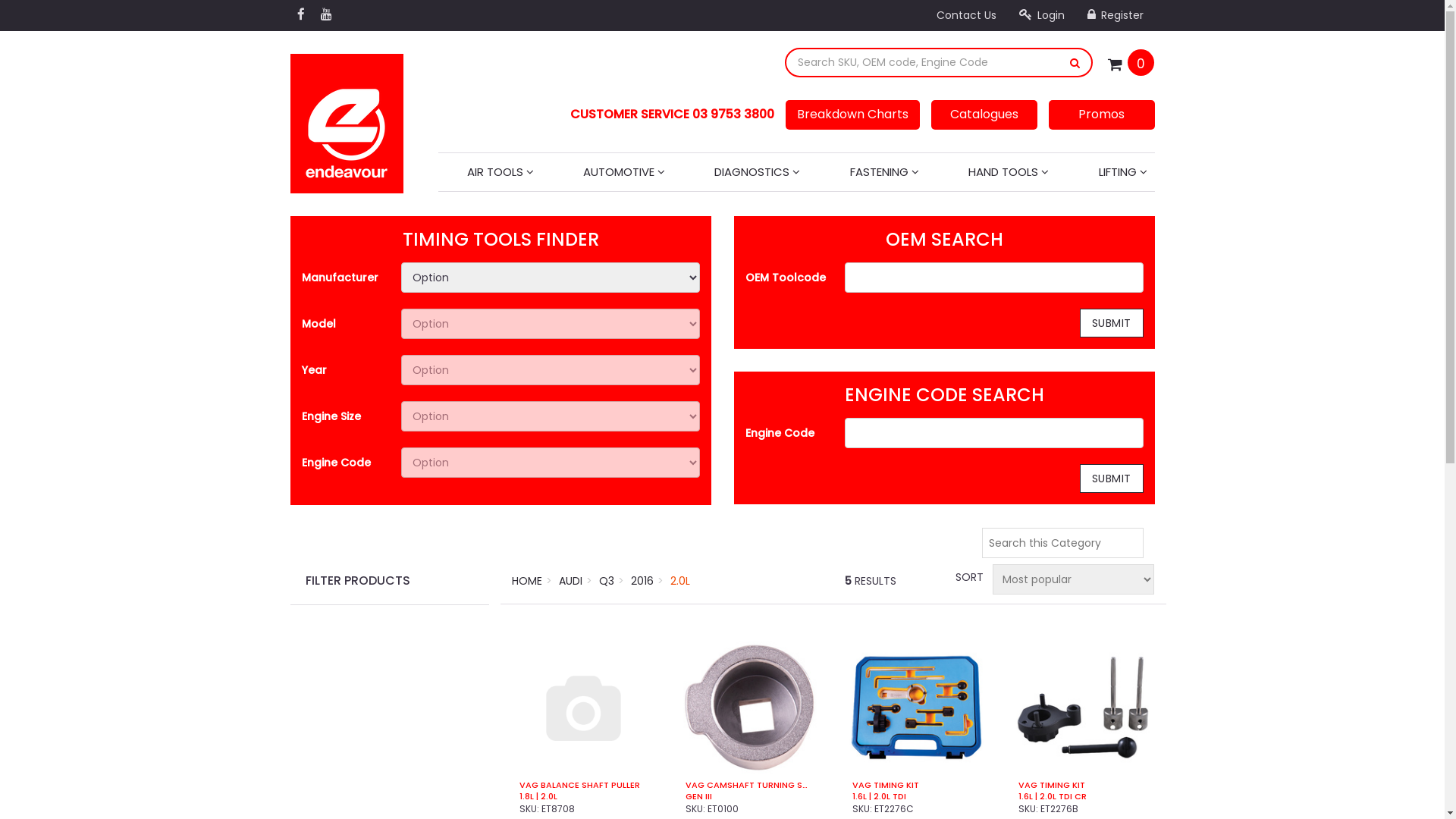 The image size is (1456, 819). What do you see at coordinates (1114, 14) in the screenshot?
I see `'Register'` at bounding box center [1114, 14].